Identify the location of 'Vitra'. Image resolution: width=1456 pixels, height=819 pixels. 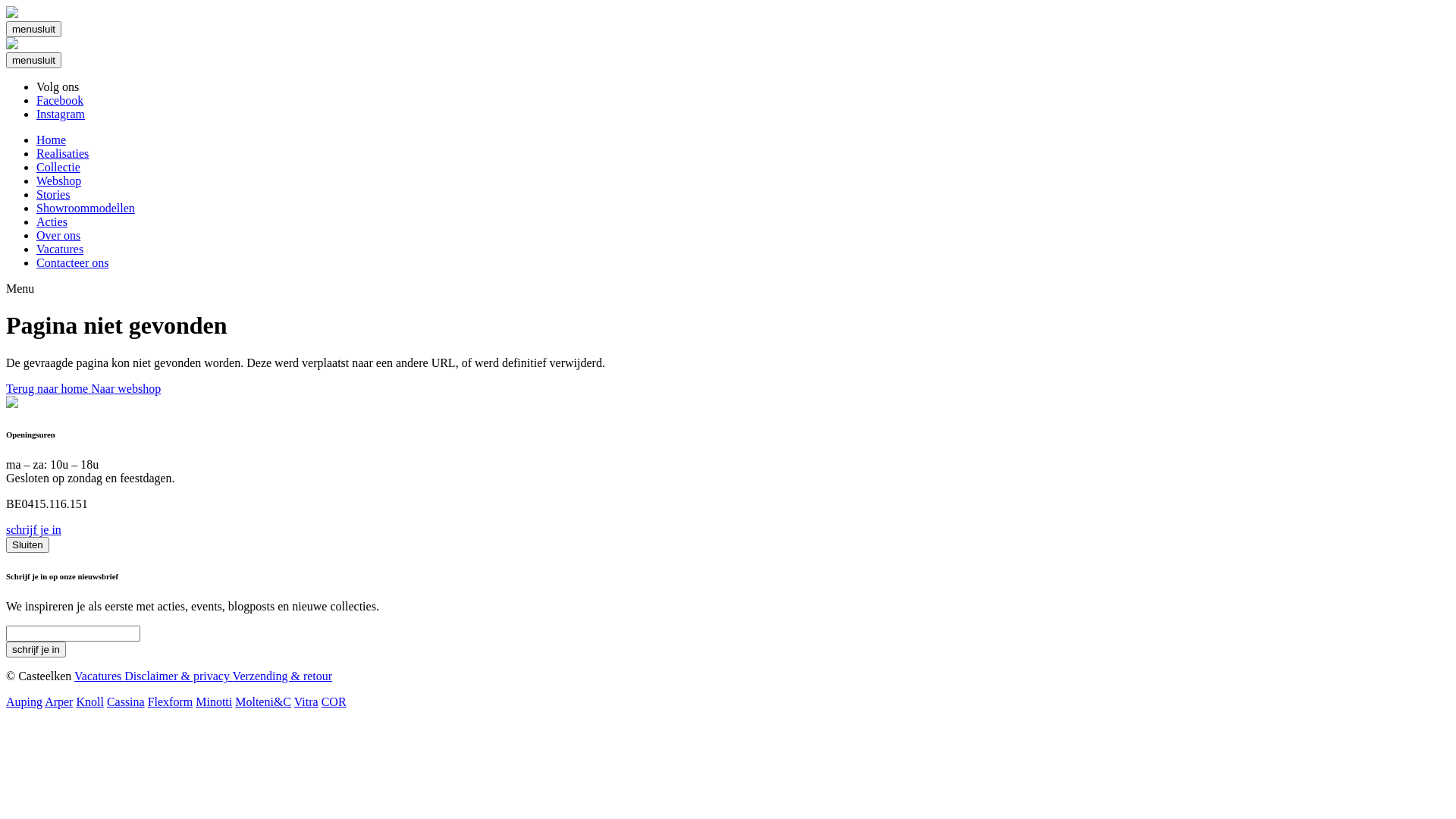
(305, 701).